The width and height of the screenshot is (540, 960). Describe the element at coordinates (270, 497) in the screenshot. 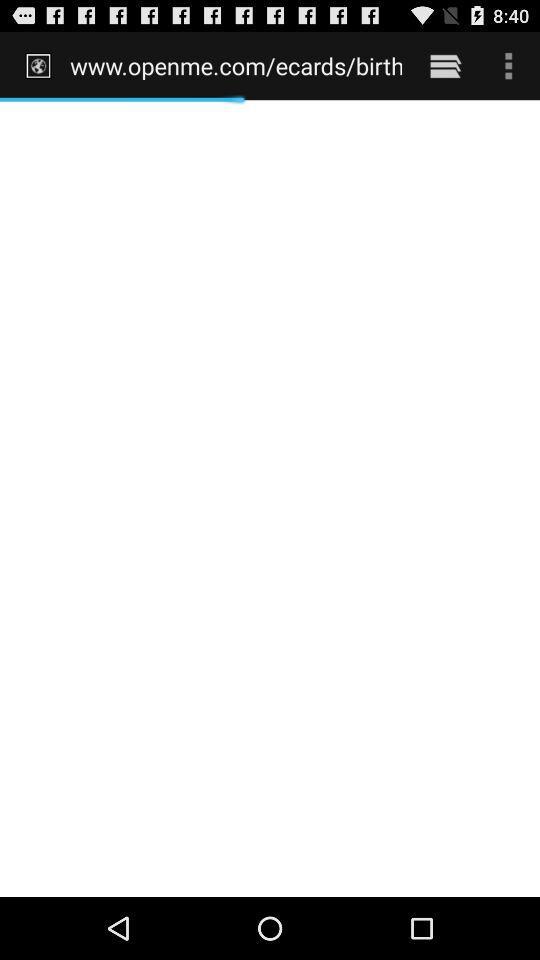

I see `icon below the www openme com` at that location.